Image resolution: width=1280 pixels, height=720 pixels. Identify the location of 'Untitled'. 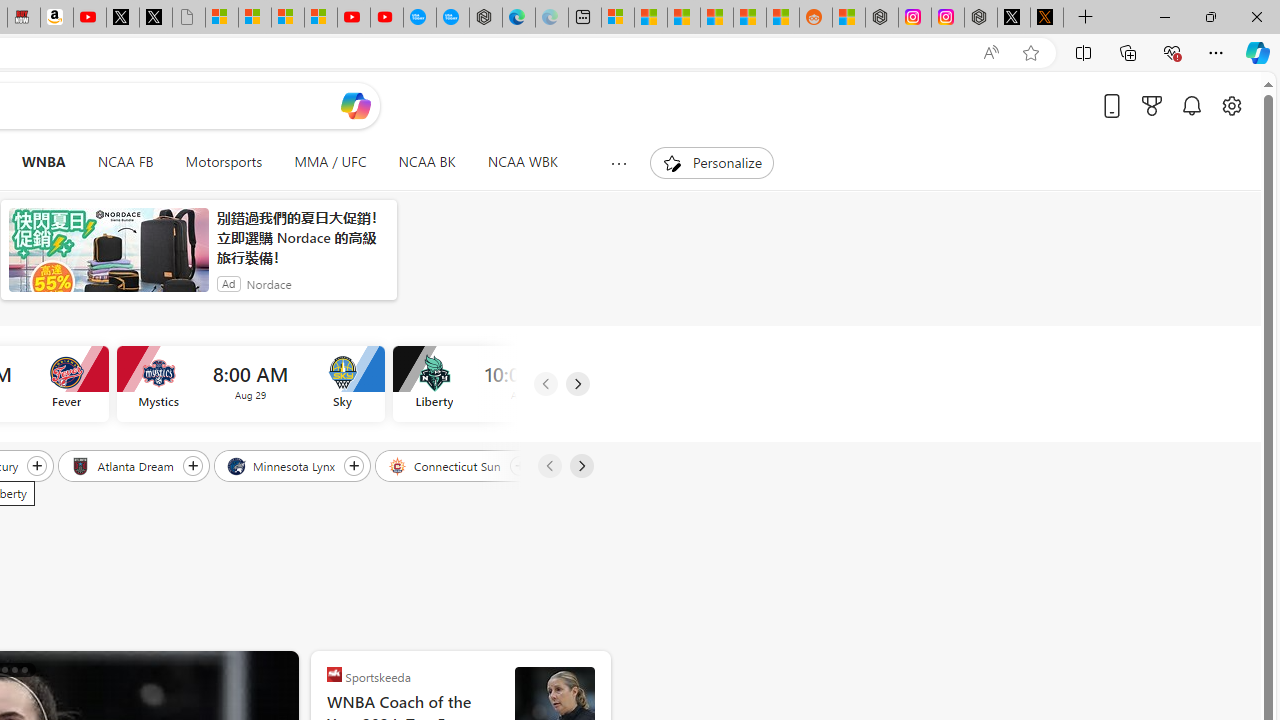
(188, 17).